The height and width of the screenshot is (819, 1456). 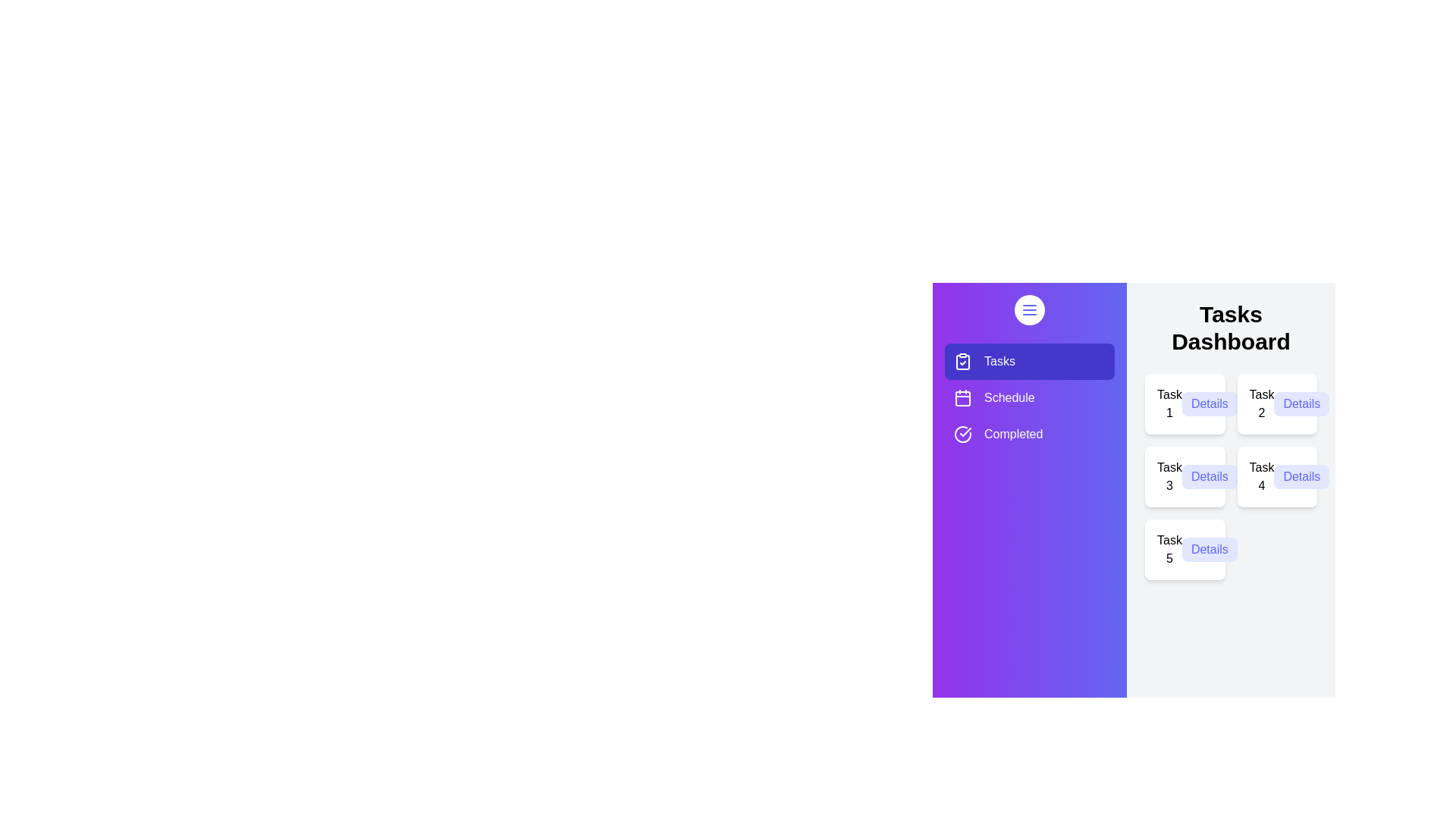 What do you see at coordinates (1301, 475) in the screenshot?
I see `the 'Details' button of Task 4` at bounding box center [1301, 475].